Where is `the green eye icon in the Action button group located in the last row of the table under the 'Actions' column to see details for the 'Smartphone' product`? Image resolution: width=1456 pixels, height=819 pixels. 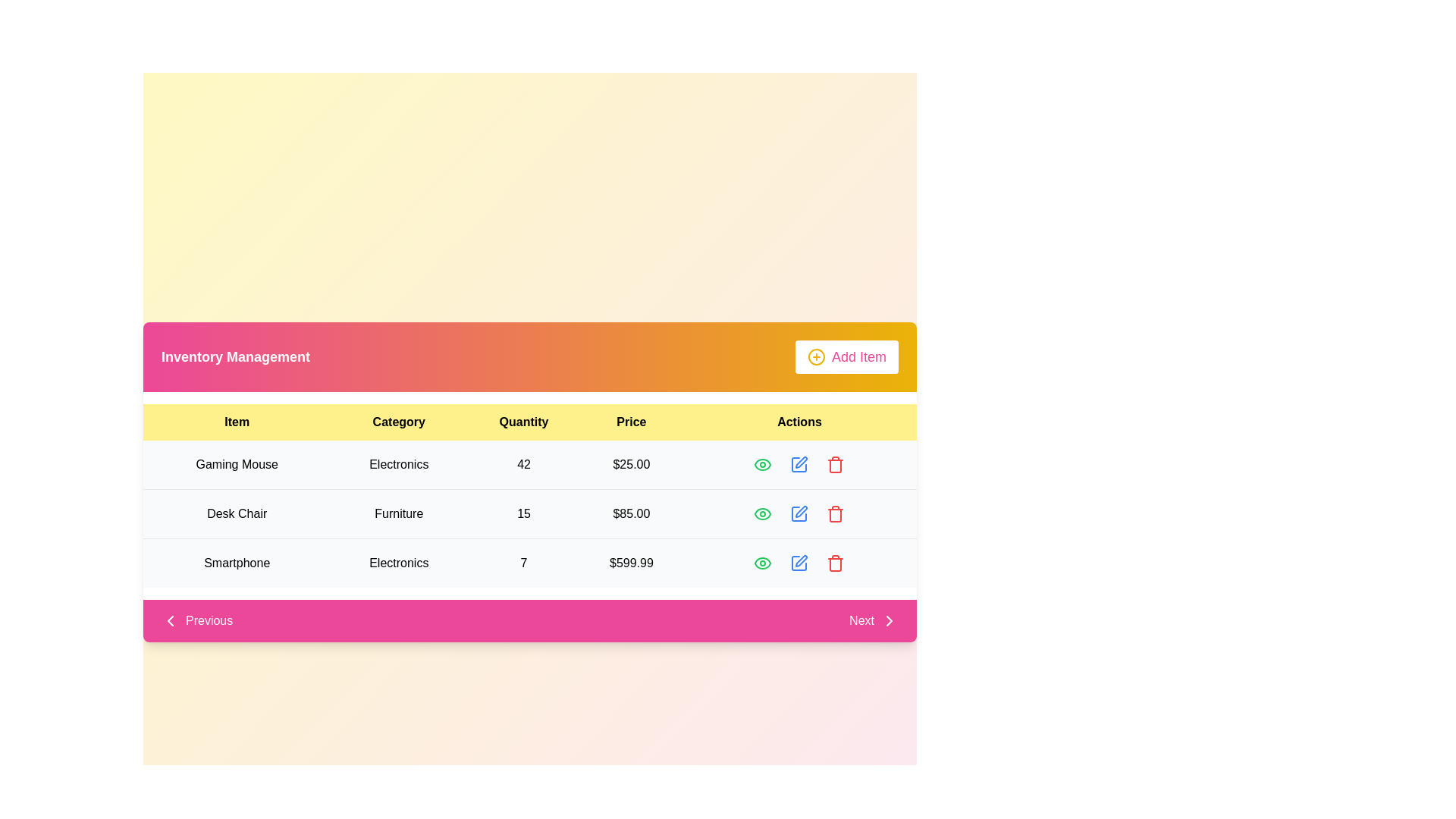
the green eye icon in the Action button group located in the last row of the table under the 'Actions' column to see details for the 'Smartphone' product is located at coordinates (799, 563).